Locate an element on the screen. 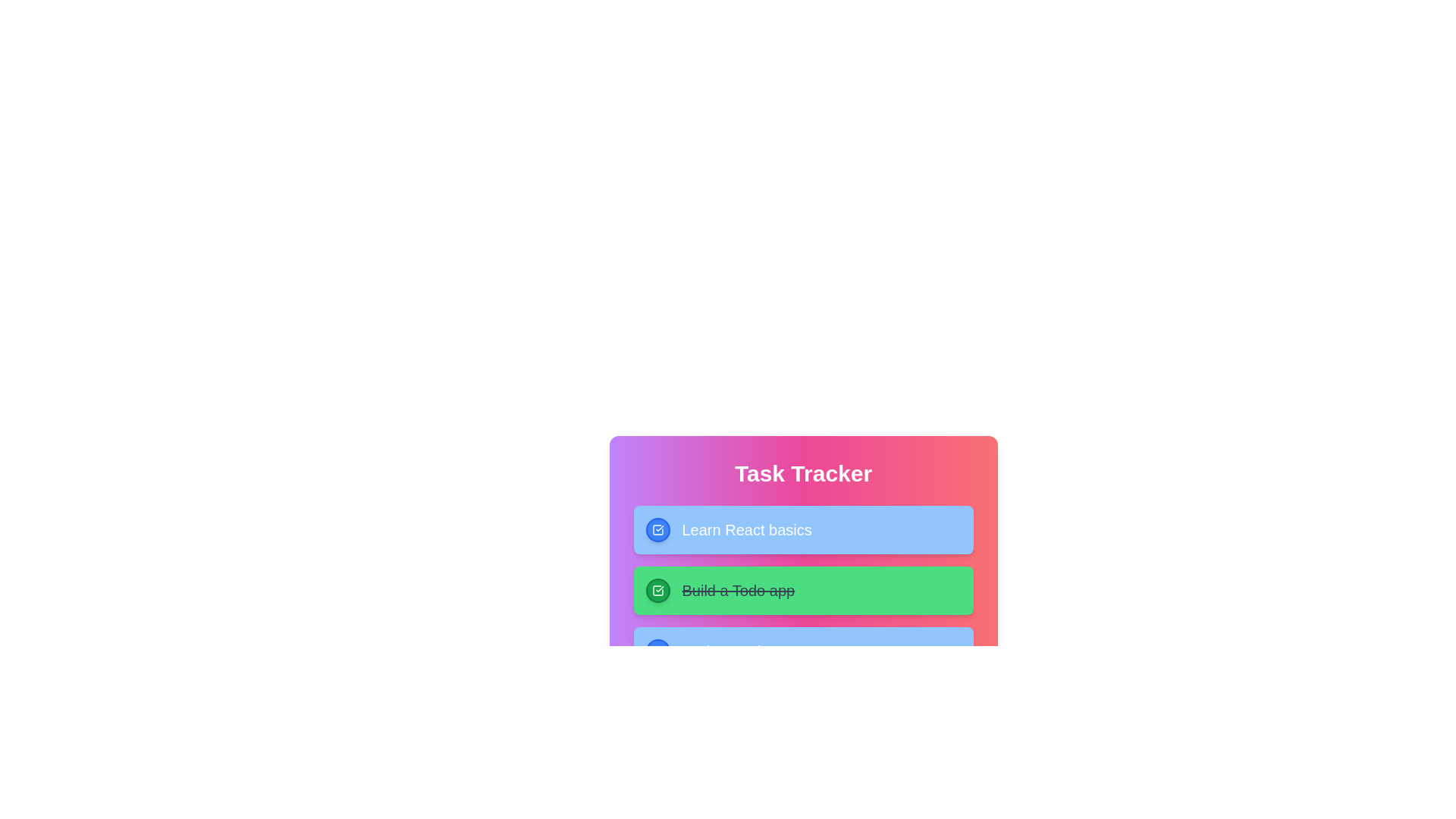  the header text 'Task Tracker' is located at coordinates (802, 472).